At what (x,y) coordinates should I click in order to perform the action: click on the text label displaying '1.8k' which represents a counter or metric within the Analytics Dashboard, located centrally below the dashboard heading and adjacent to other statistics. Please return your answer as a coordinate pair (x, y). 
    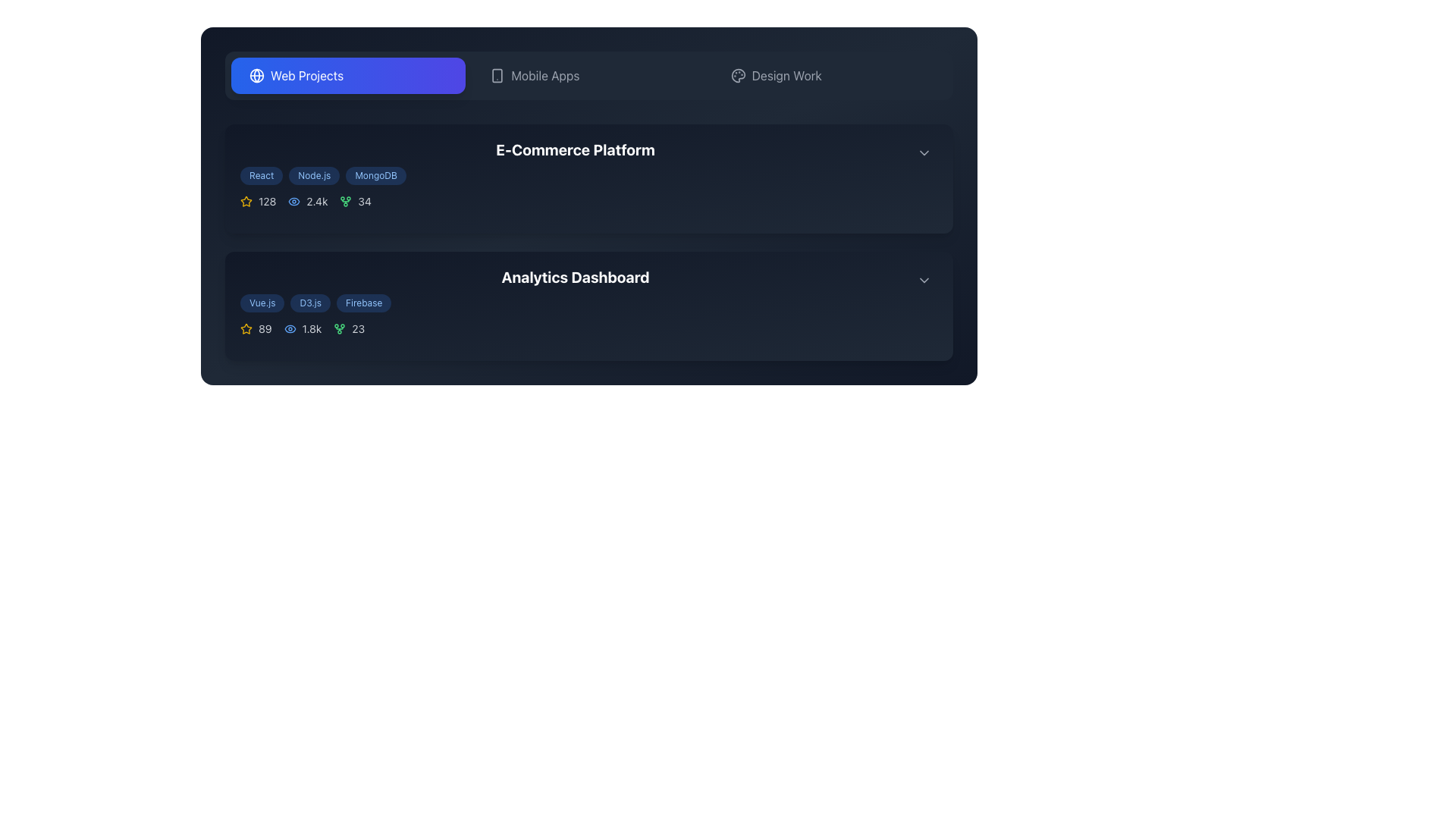
    Looking at the image, I should click on (311, 328).